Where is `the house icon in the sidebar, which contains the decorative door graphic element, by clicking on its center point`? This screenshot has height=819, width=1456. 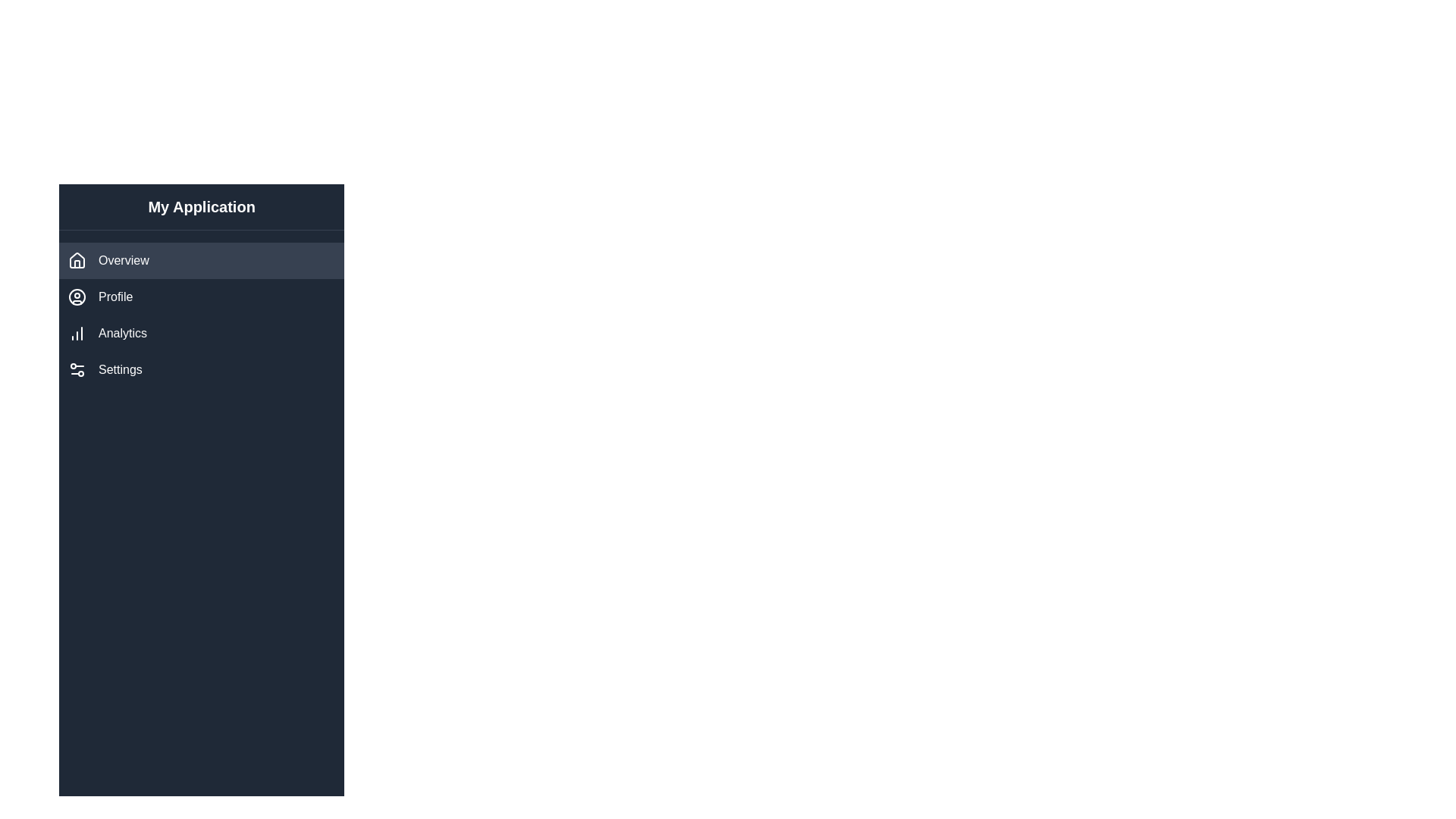 the house icon in the sidebar, which contains the decorative door graphic element, by clicking on its center point is located at coordinates (76, 263).